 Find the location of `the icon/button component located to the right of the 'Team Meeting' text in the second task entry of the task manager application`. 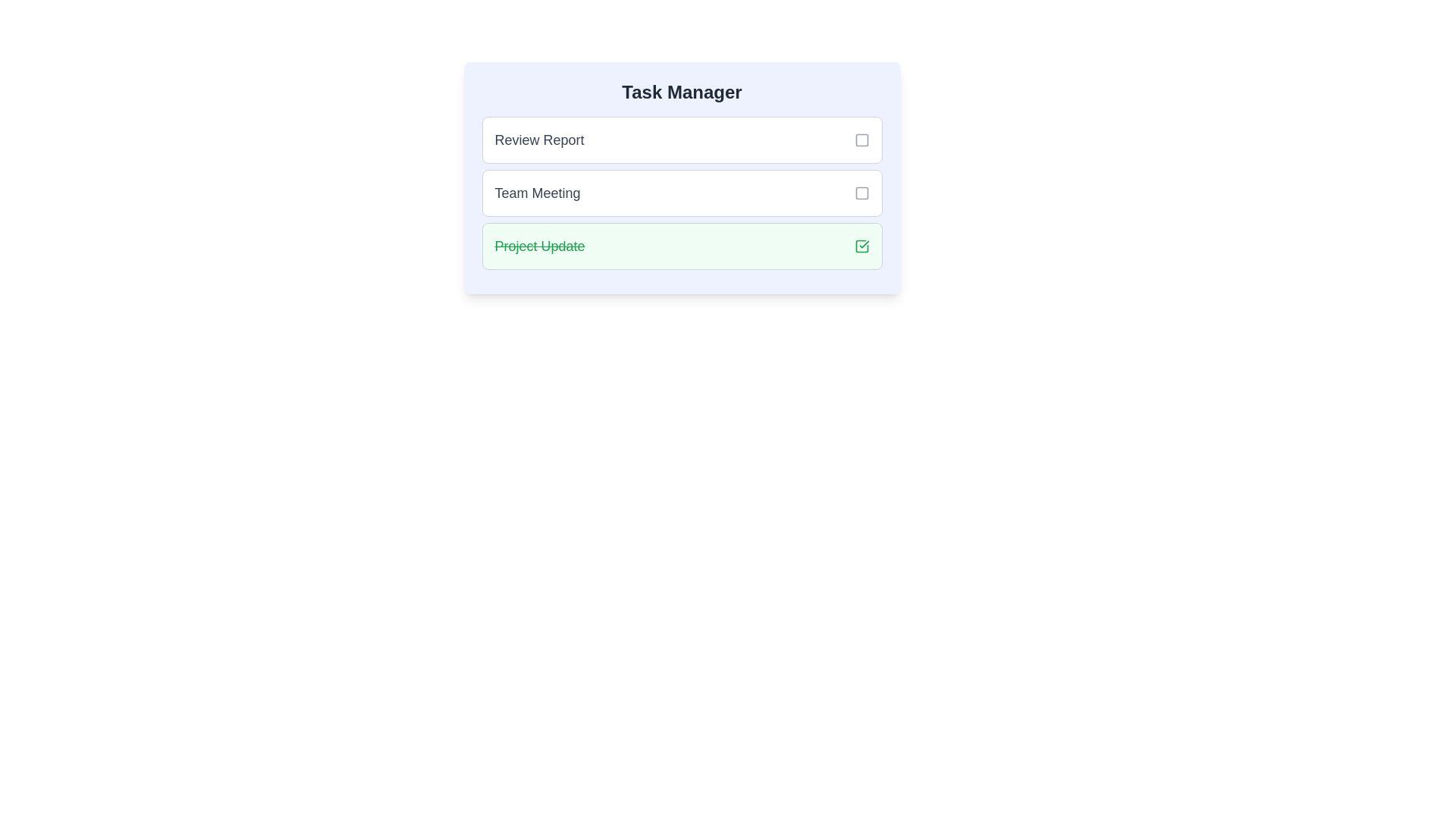

the icon/button component located to the right of the 'Team Meeting' text in the second task entry of the task manager application is located at coordinates (861, 192).